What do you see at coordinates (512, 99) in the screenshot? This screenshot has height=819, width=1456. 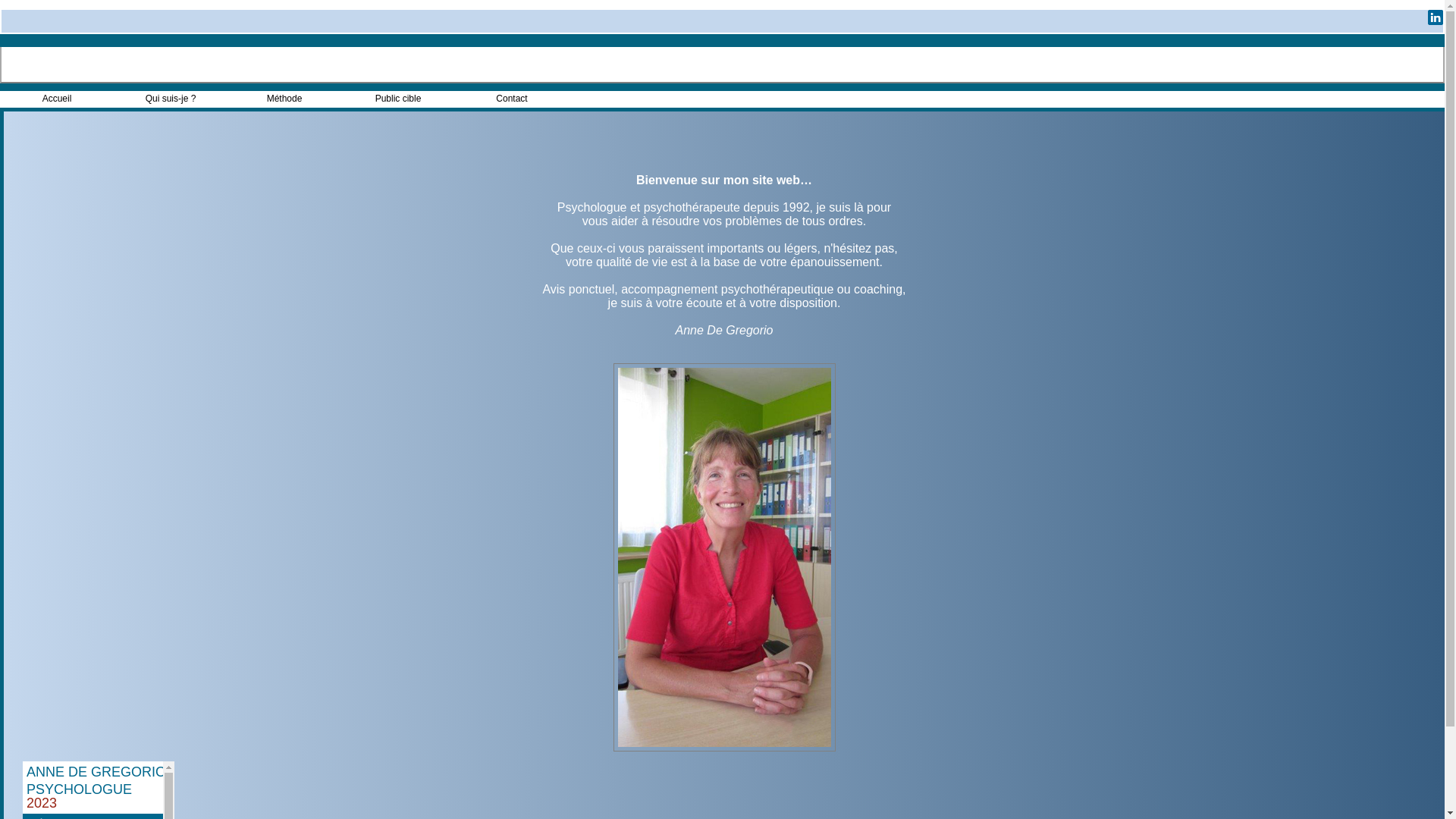 I see `'Contact'` at bounding box center [512, 99].